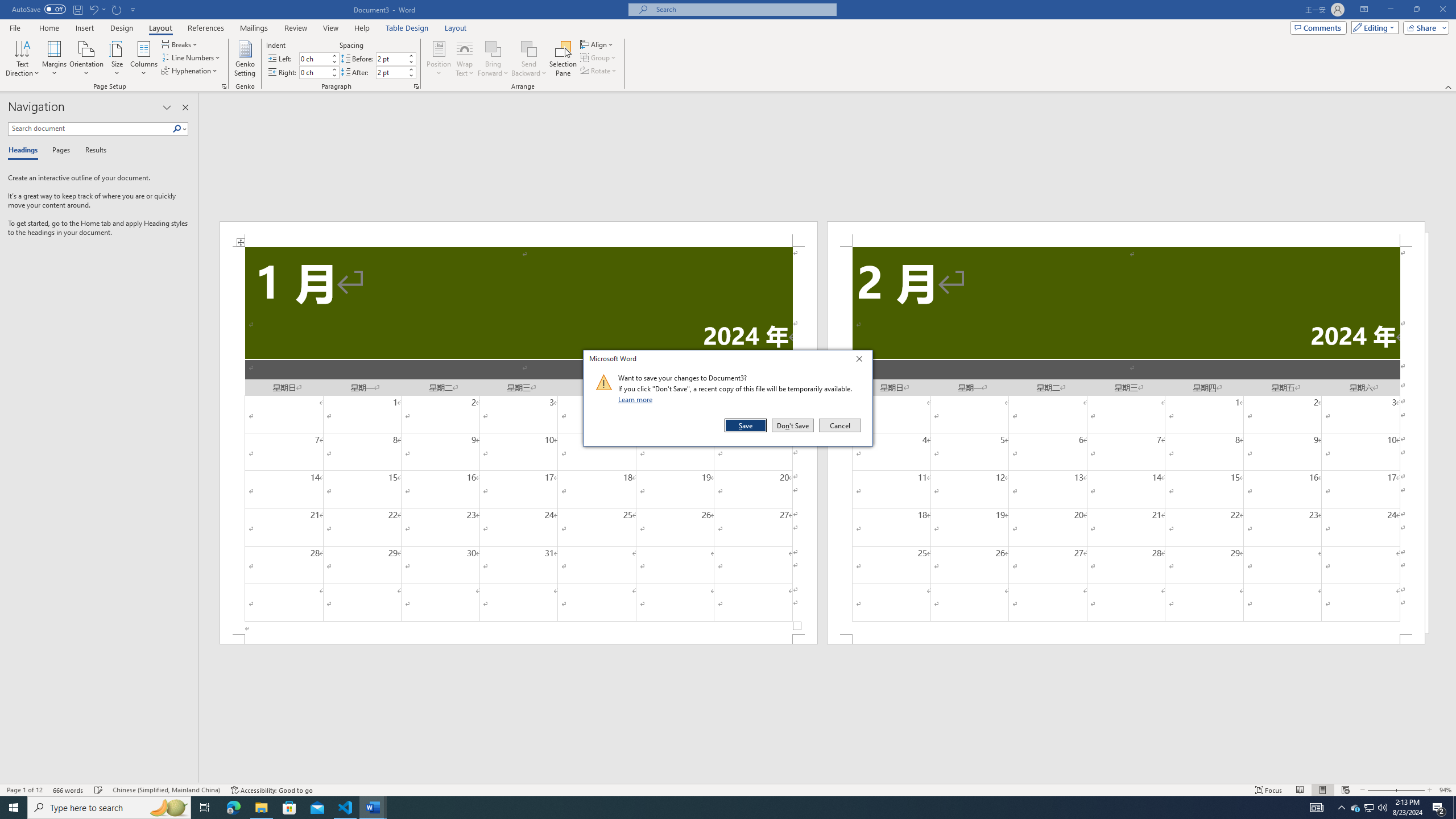 The image size is (1456, 819). Describe the element at coordinates (93, 9) in the screenshot. I see `'Undo Increase Indent'` at that location.